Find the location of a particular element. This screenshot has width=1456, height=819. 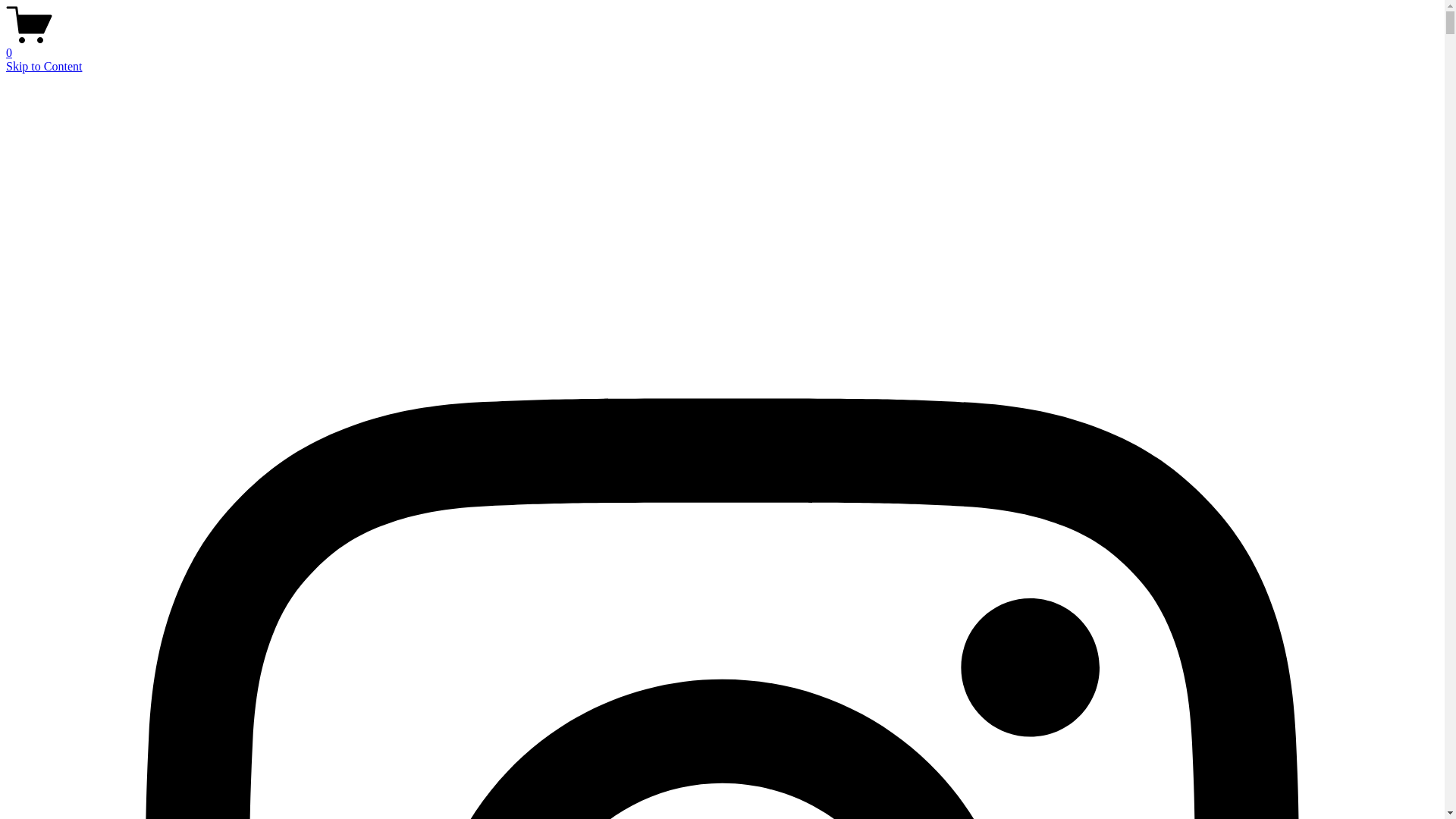

'Skip to Content' is located at coordinates (43, 65).